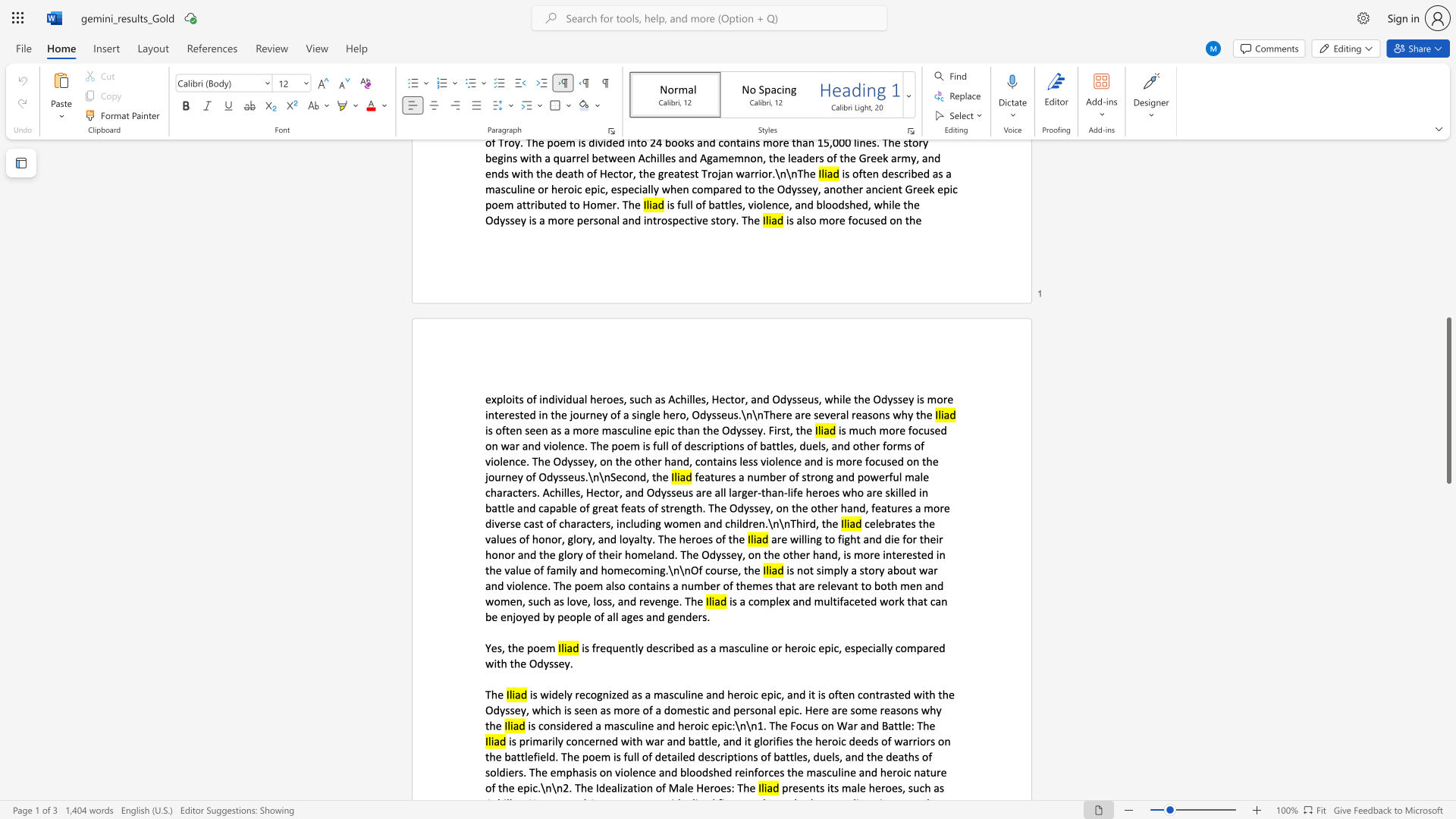 This screenshot has width=1456, height=819. I want to click on the scrollbar to scroll the page up, so click(1448, 174).